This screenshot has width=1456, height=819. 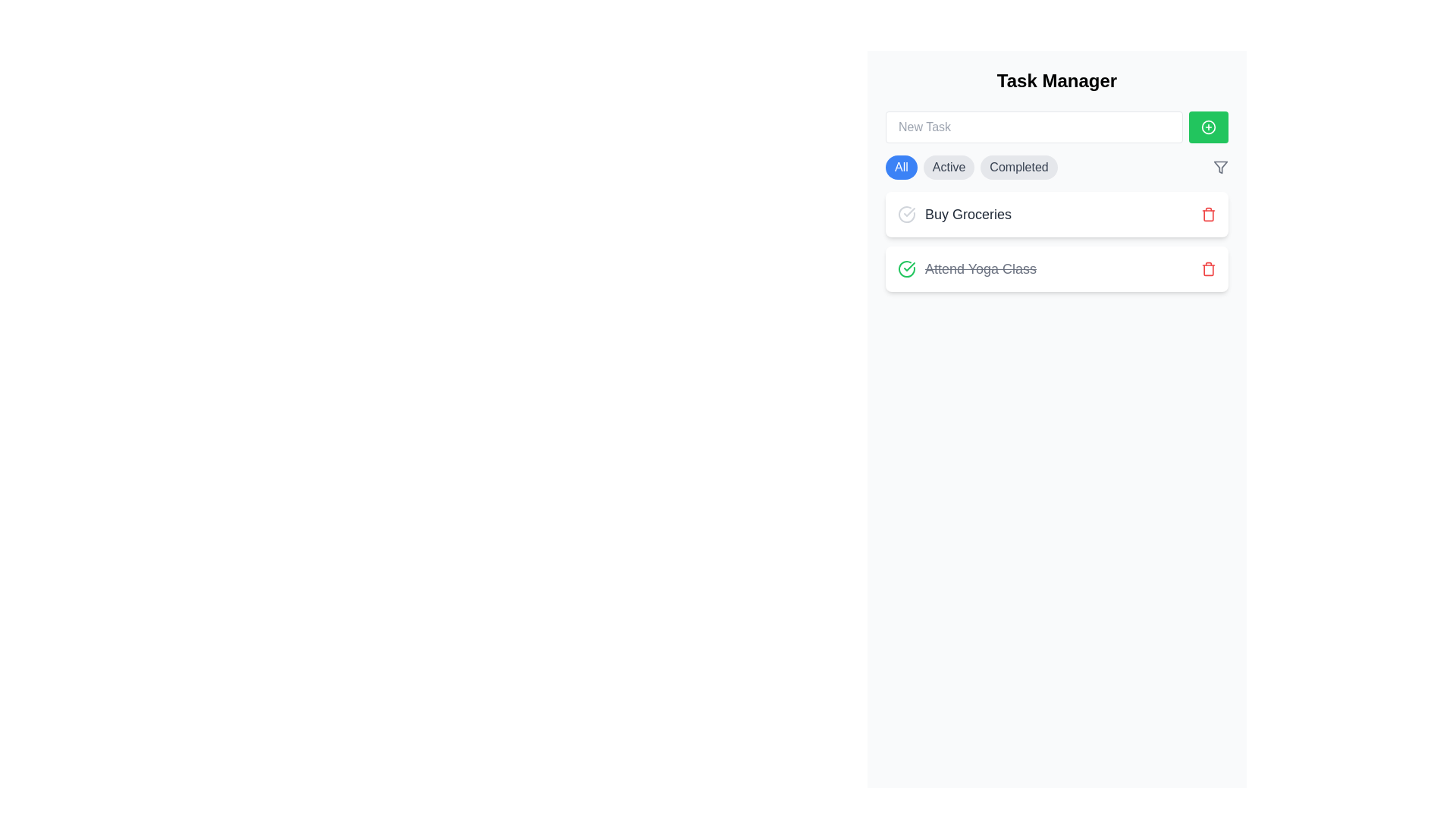 What do you see at coordinates (906, 268) in the screenshot?
I see `the circular completion indicator of the 'Attend Yoga Class' task` at bounding box center [906, 268].